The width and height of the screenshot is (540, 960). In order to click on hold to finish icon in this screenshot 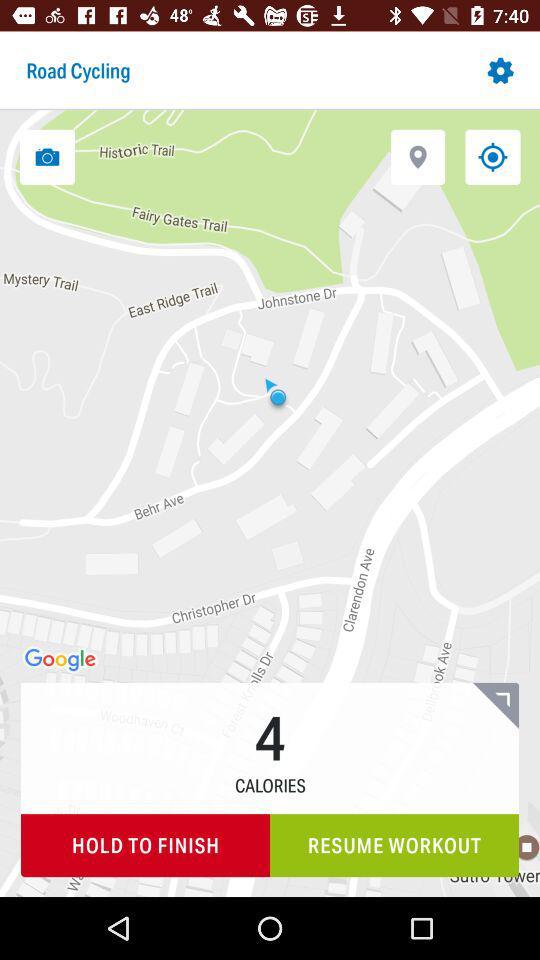, I will do `click(144, 844)`.